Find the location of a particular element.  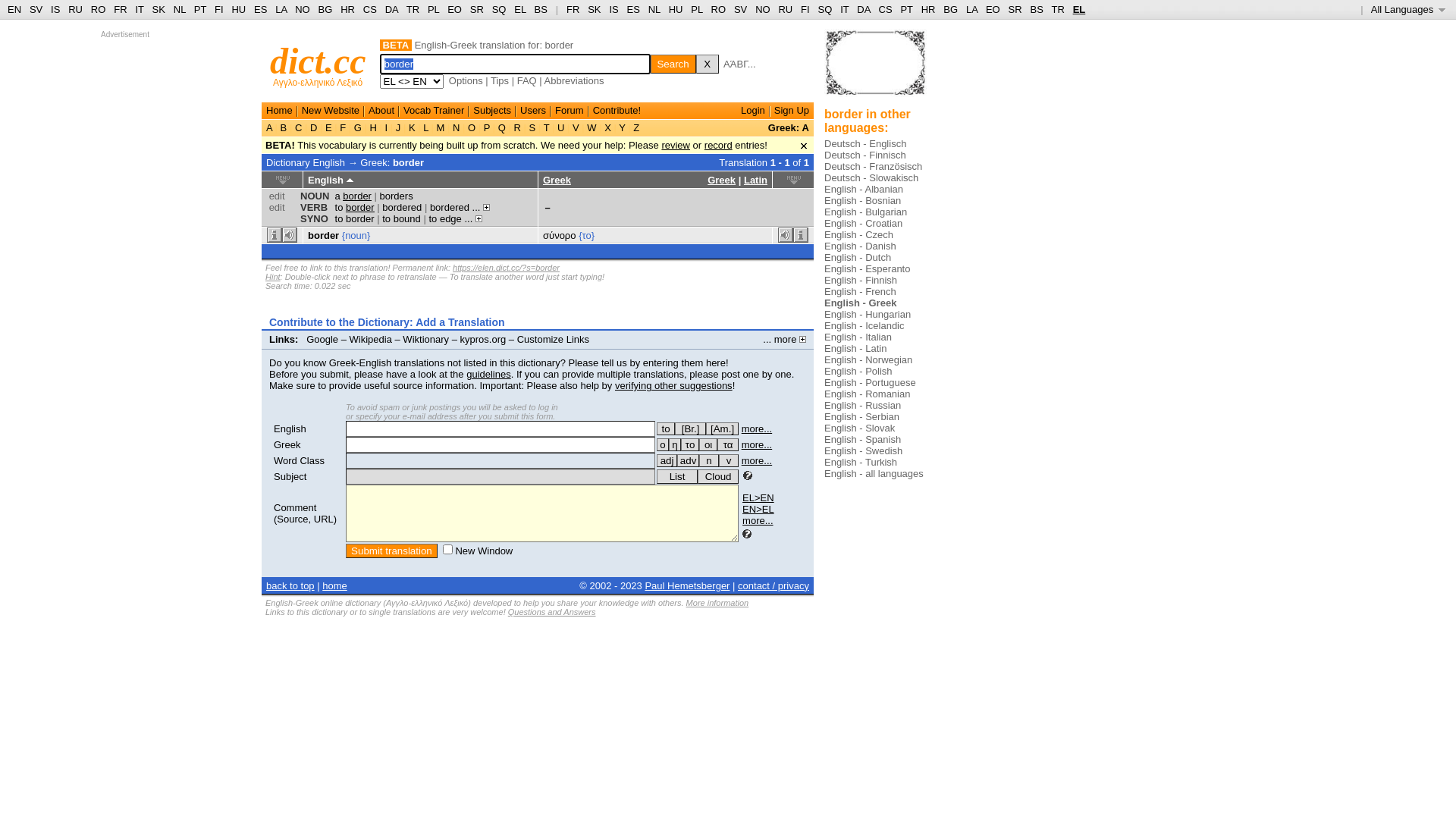

'contact / privacy' is located at coordinates (738, 585).